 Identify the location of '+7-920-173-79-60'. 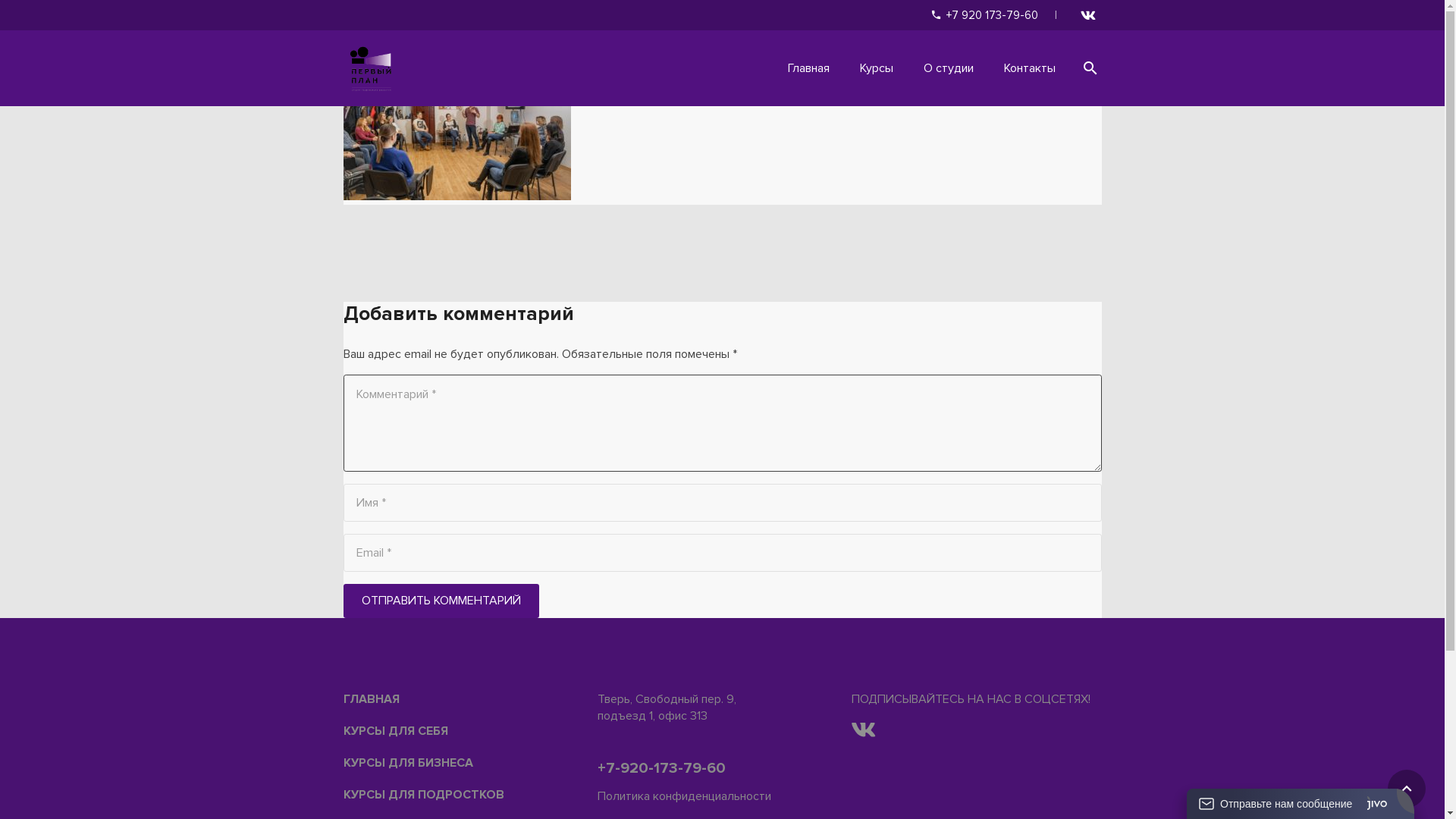
(661, 768).